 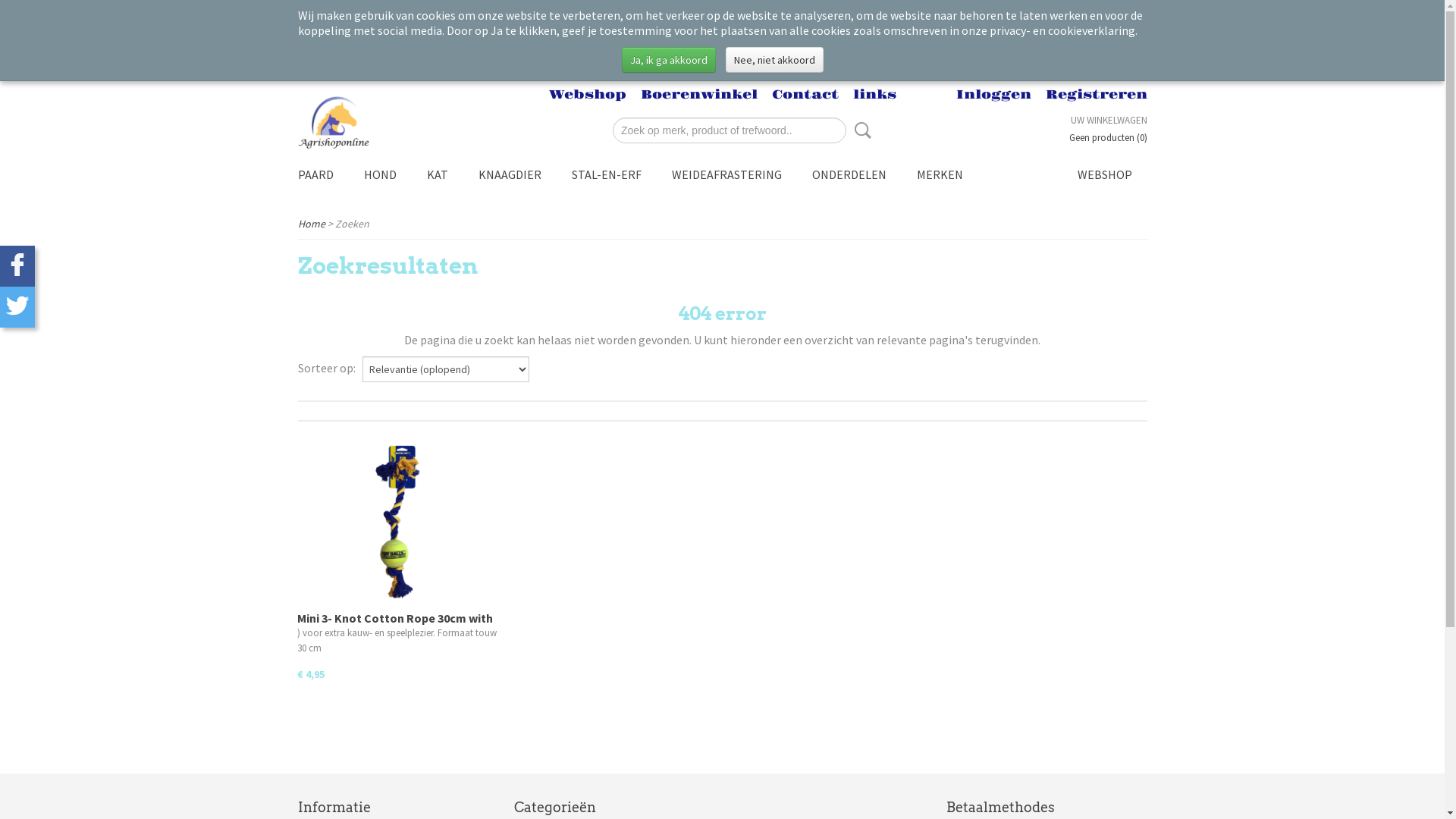 I want to click on 'Deel deze pagina op Facebook', so click(x=17, y=265).